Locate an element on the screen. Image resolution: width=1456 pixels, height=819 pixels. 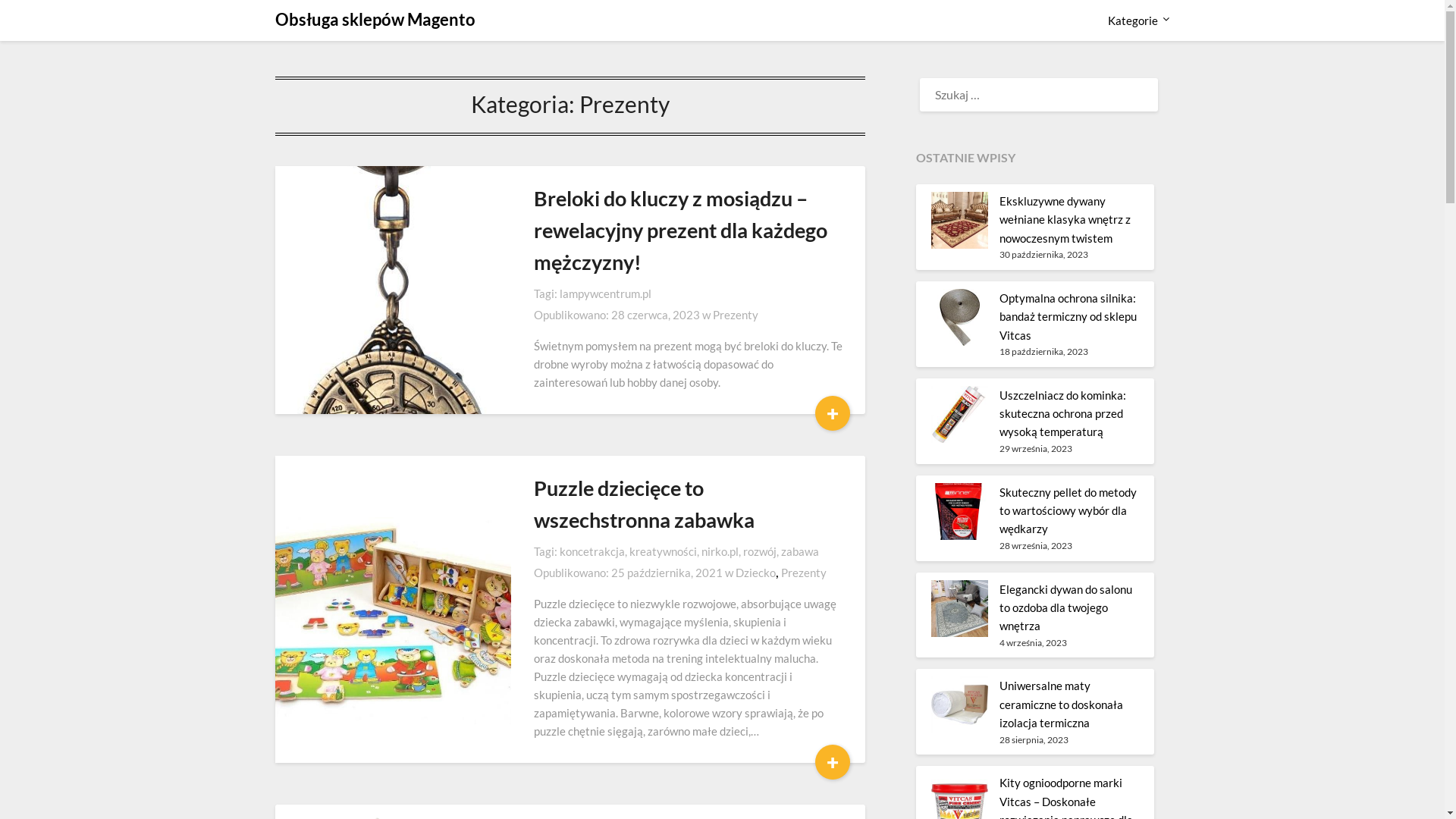
'28 czerwca, 2023' is located at coordinates (611, 314).